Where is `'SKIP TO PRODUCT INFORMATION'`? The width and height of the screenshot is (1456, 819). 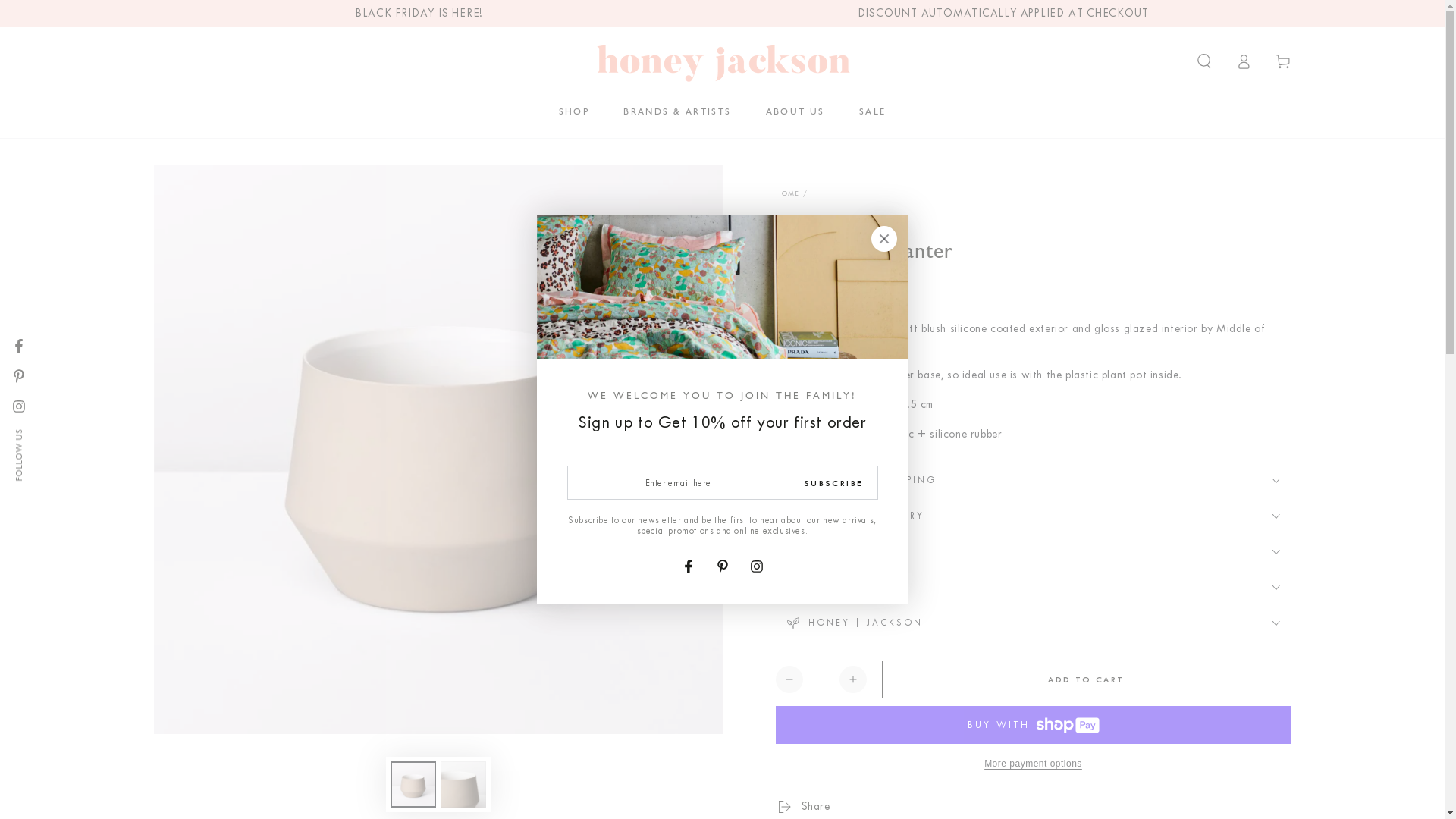
'SKIP TO PRODUCT INFORMATION' is located at coordinates (243, 183).